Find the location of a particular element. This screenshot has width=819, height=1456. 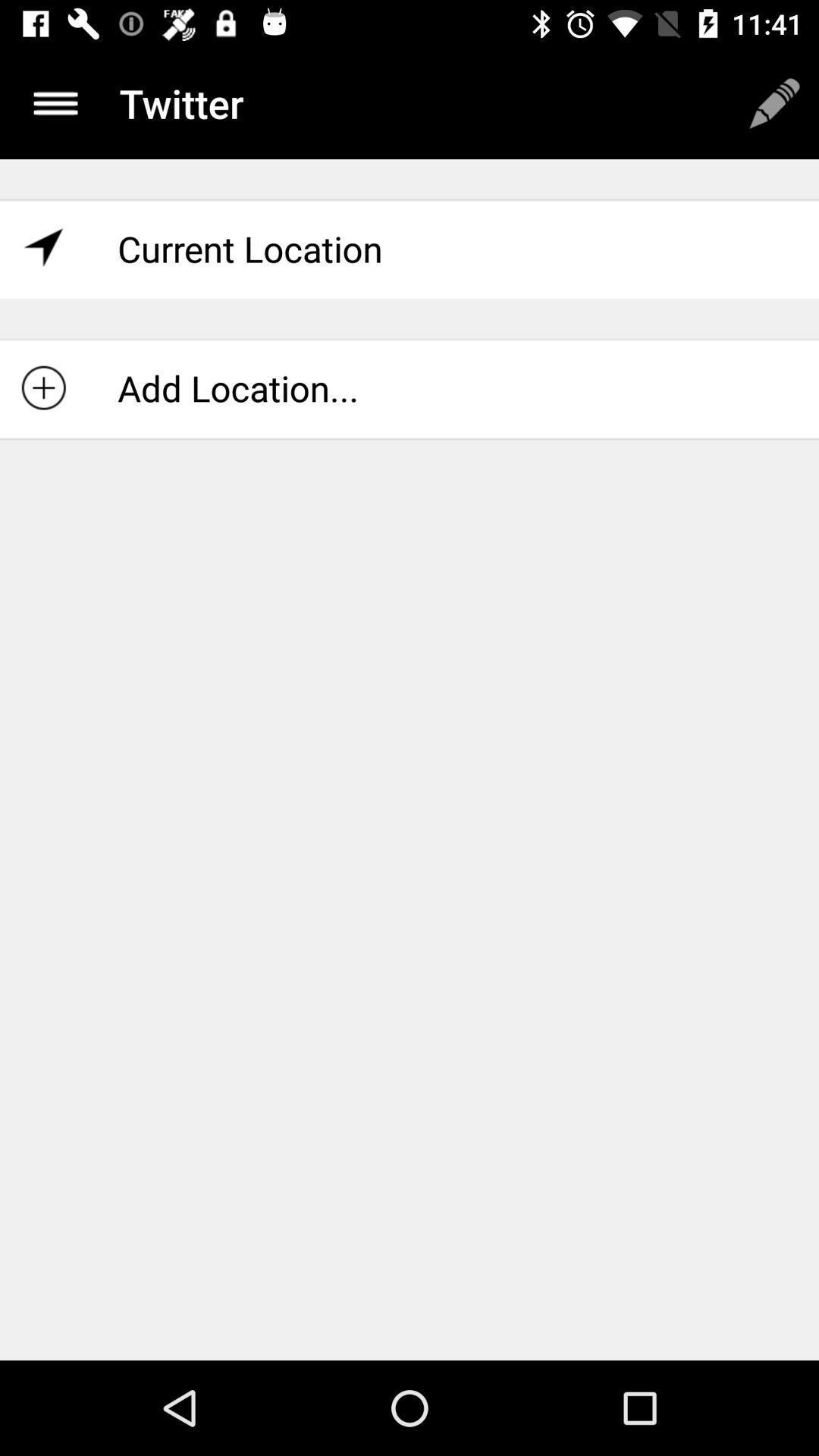

the icon above the current location item is located at coordinates (55, 102).